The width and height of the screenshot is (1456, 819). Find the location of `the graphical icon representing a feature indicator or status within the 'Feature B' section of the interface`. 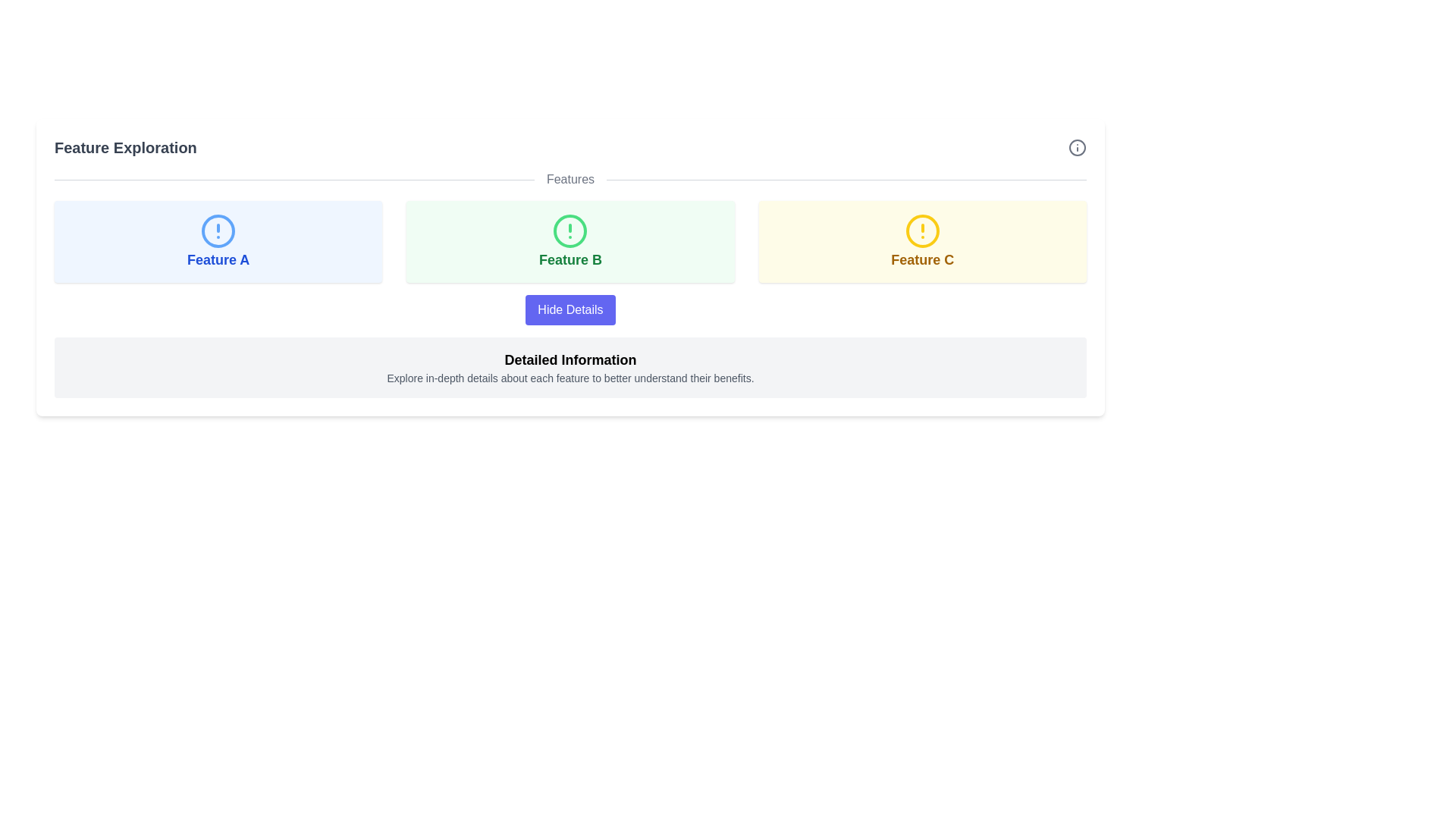

the graphical icon representing a feature indicator or status within the 'Feature B' section of the interface is located at coordinates (570, 231).